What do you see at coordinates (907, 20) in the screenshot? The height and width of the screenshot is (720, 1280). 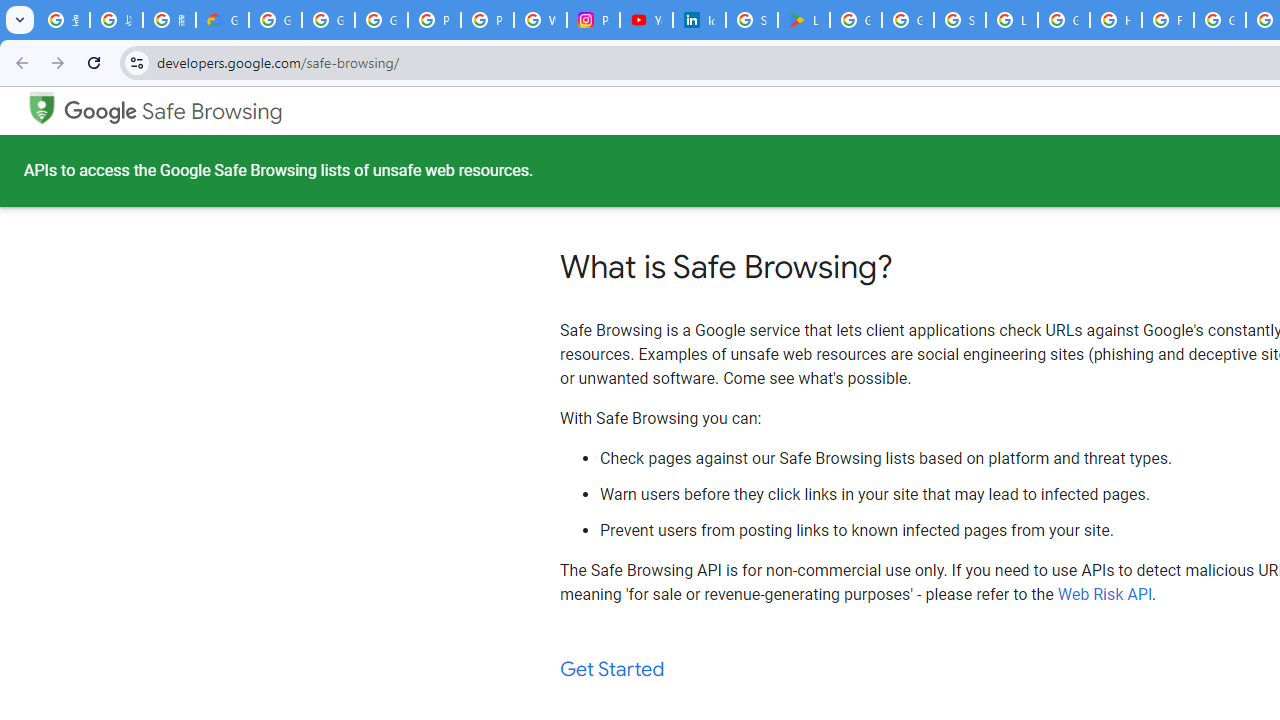 I see `'Google Workspace - Specific Terms'` at bounding box center [907, 20].